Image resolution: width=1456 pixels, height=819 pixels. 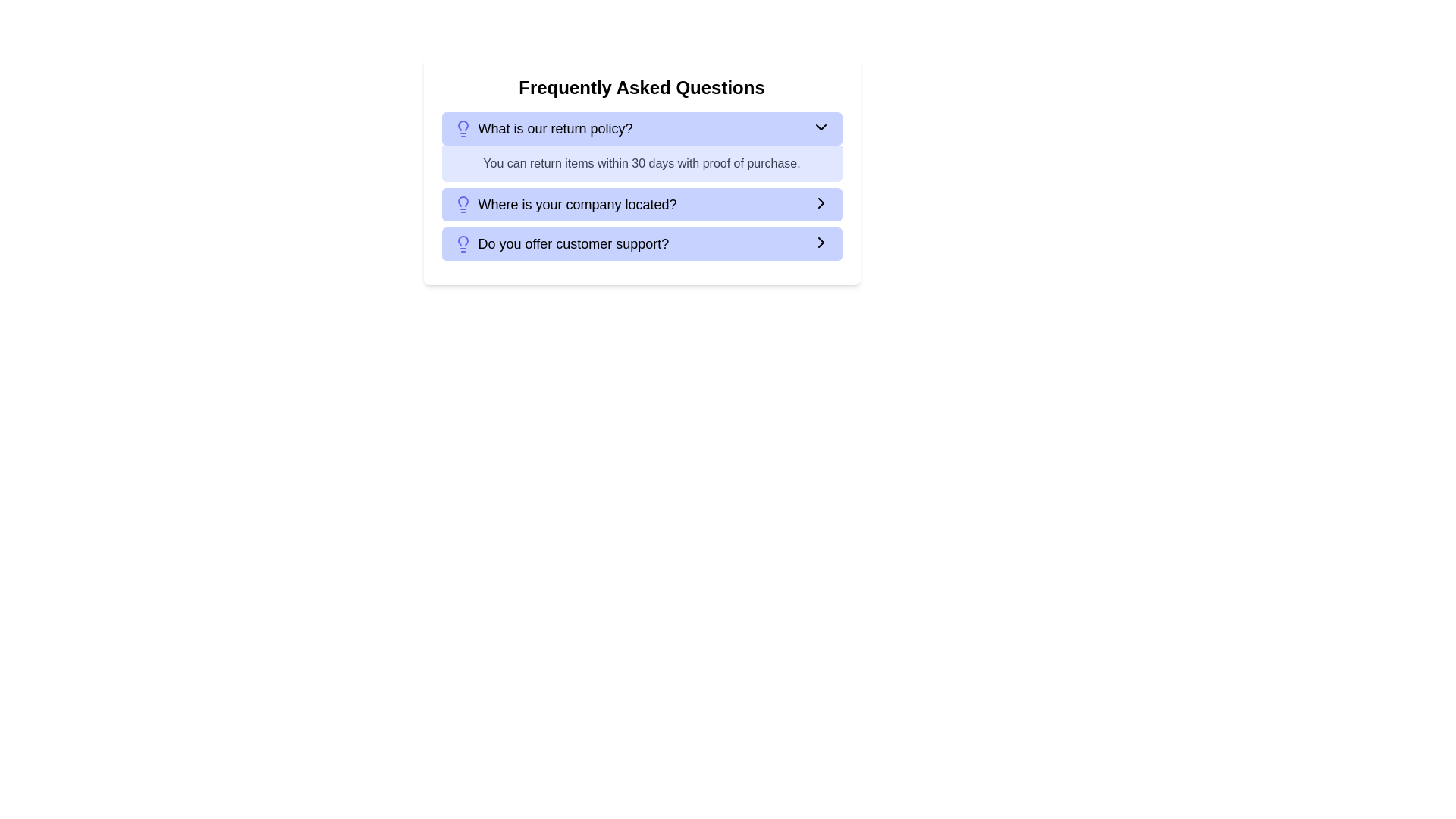 What do you see at coordinates (820, 202) in the screenshot?
I see `the chevron icon on the right side of the blue rectangular background corresponding to the question 'Where is your company located?'` at bounding box center [820, 202].